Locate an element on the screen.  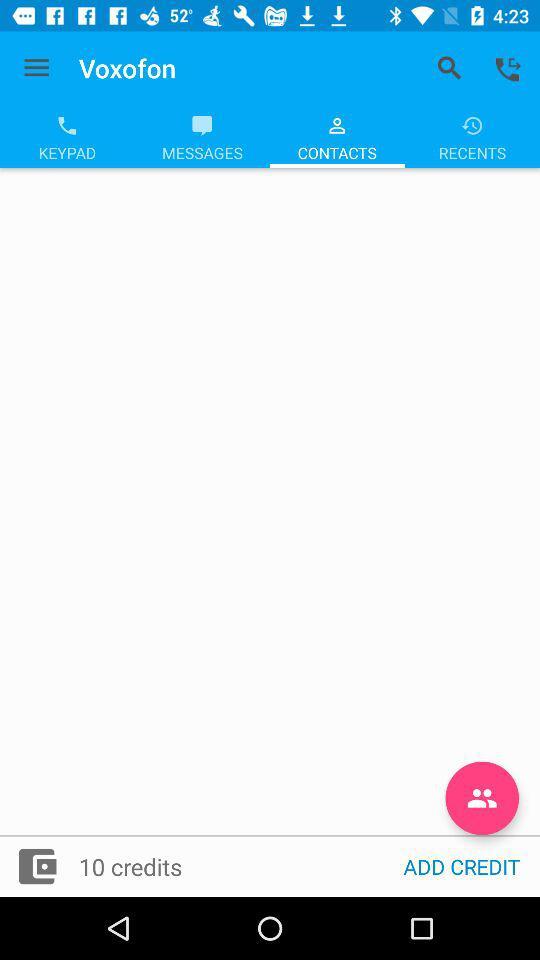
icon next to voxofon item is located at coordinates (36, 68).